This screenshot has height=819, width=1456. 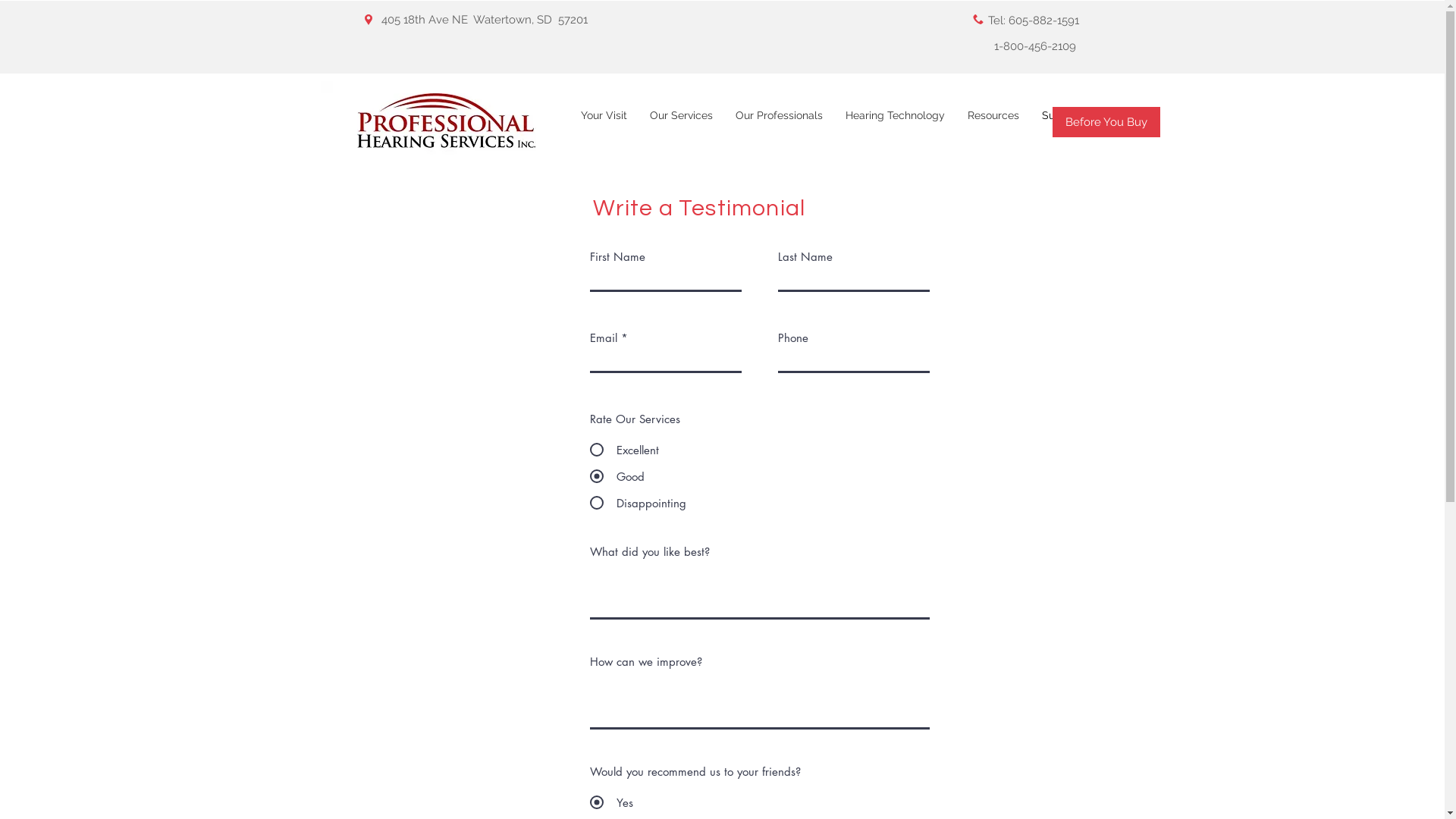 I want to click on 'Hearing Technology', so click(x=895, y=121).